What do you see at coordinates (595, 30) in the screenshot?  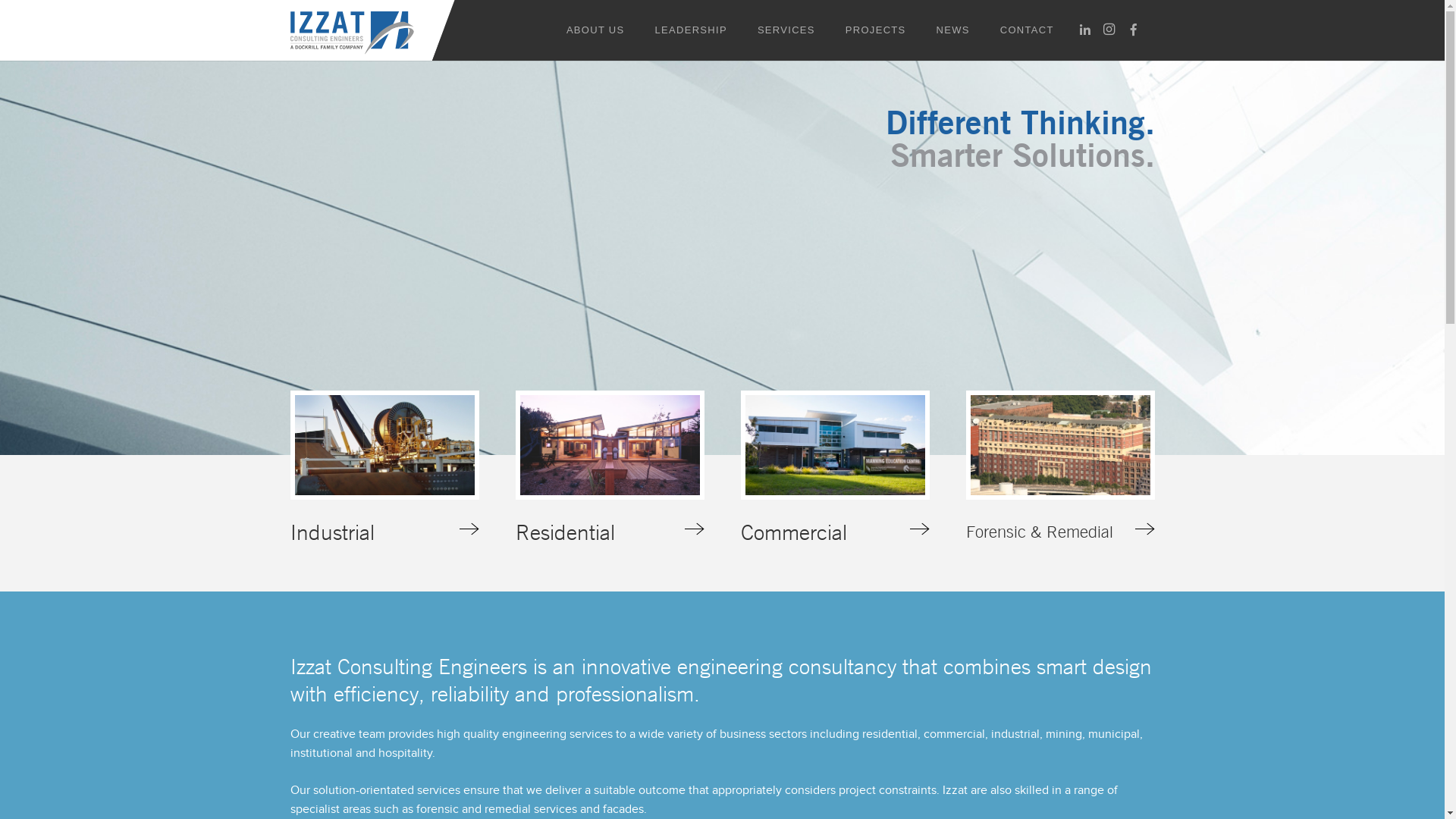 I see `'ABOUT US'` at bounding box center [595, 30].